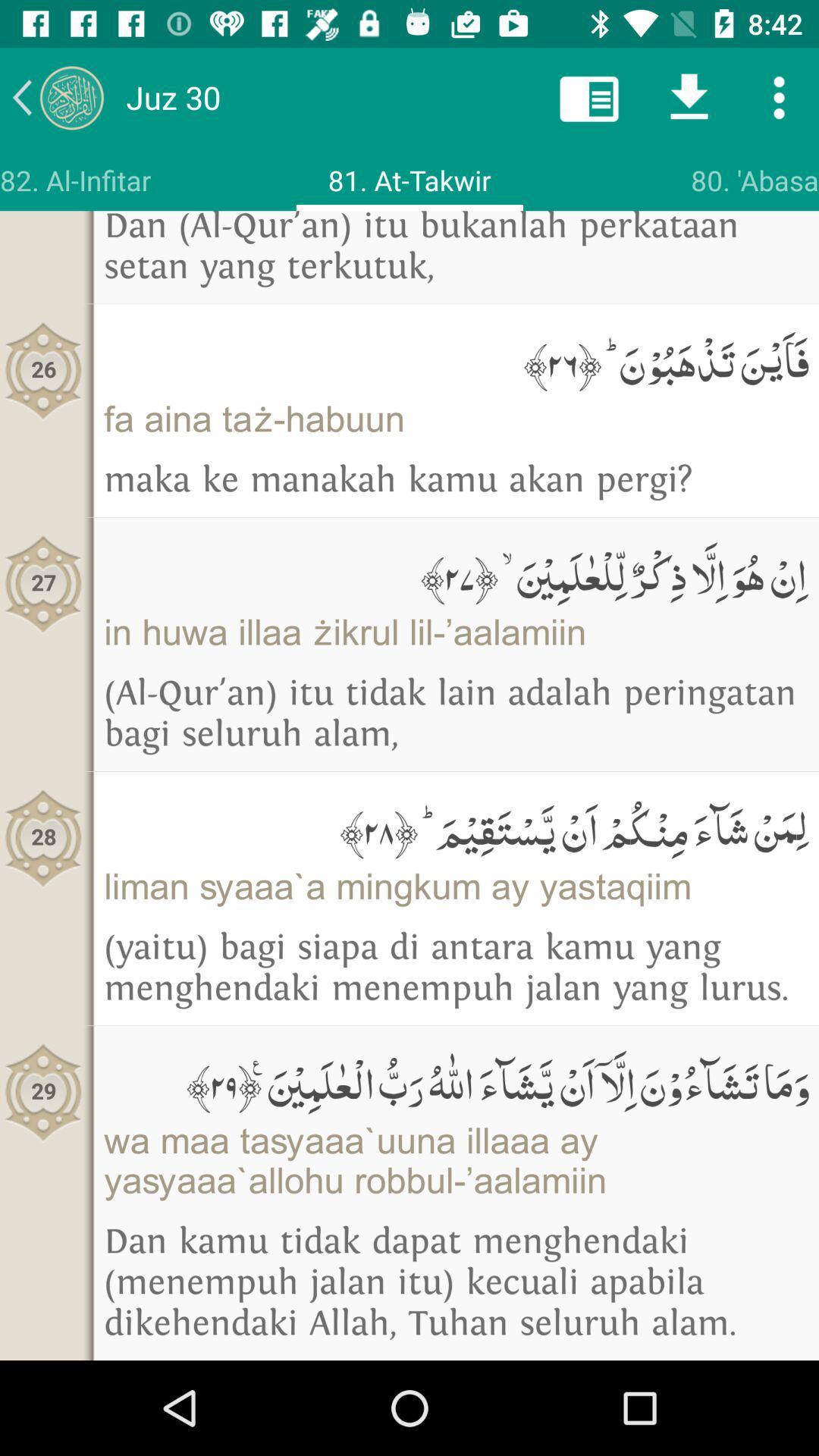 Image resolution: width=819 pixels, height=1456 pixels. What do you see at coordinates (57, 96) in the screenshot?
I see `the arrow_backward icon` at bounding box center [57, 96].